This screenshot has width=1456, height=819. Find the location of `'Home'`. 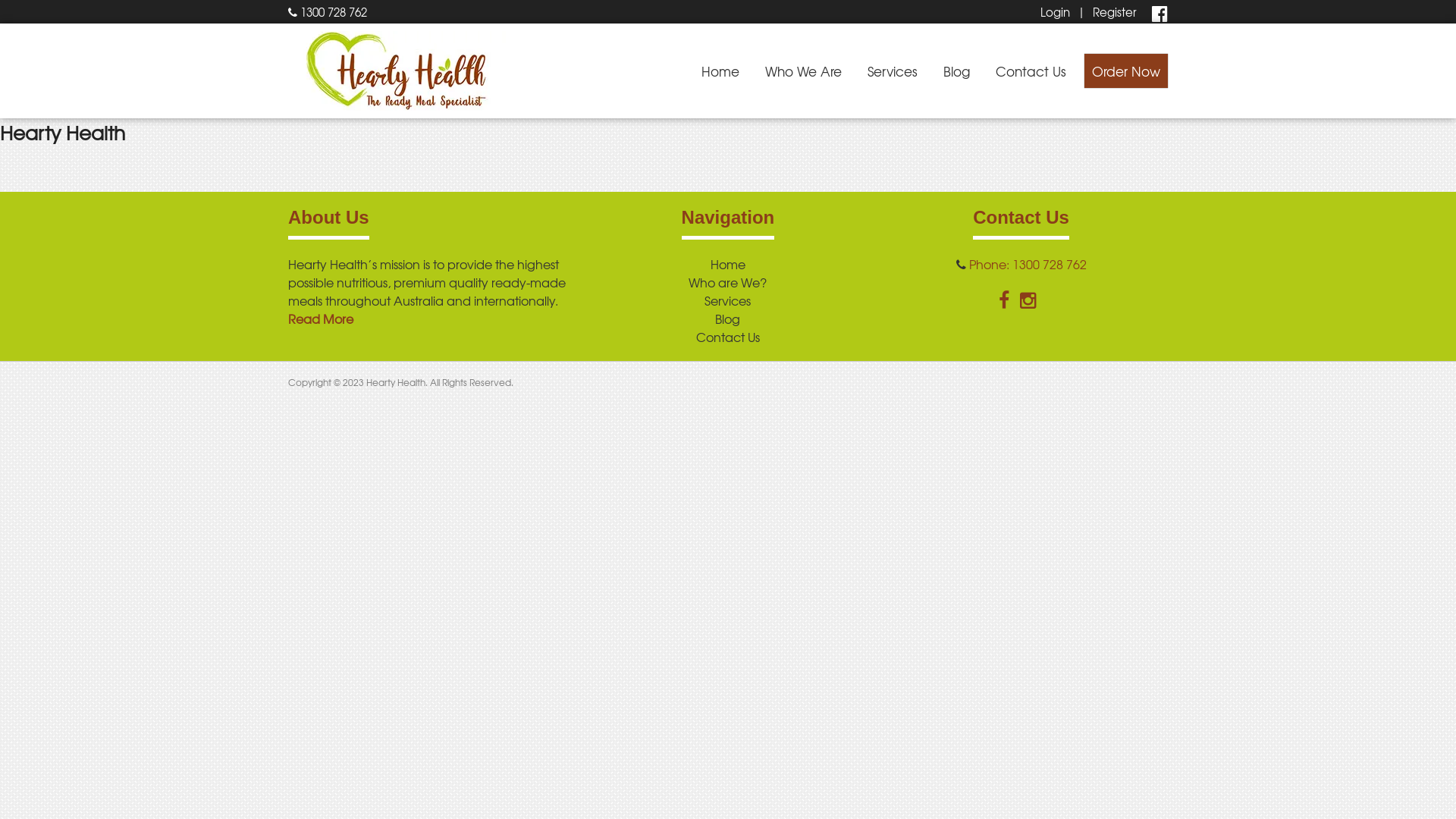

'Home' is located at coordinates (720, 71).